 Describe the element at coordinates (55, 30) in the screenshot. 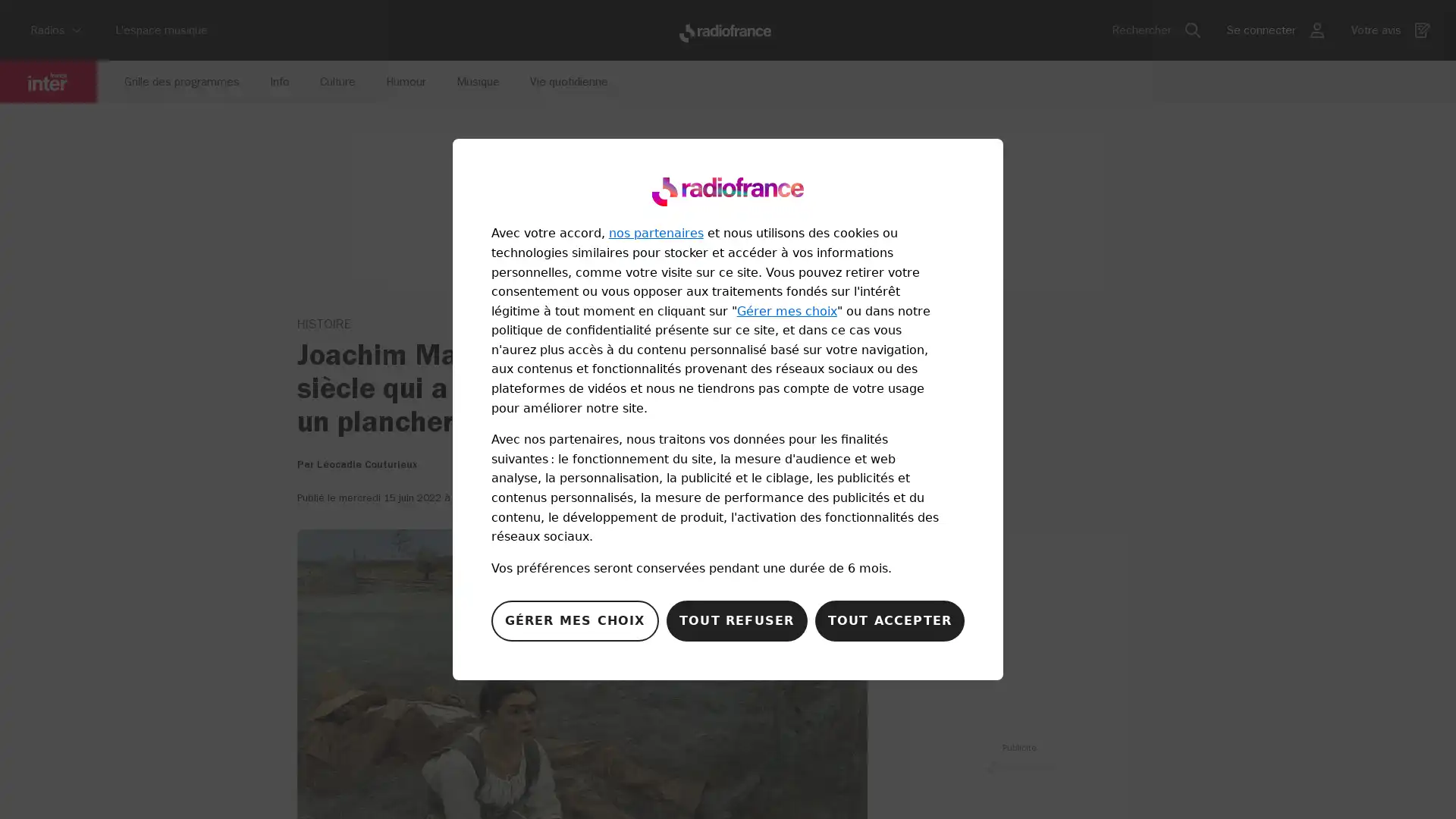

I see `Radios` at that location.